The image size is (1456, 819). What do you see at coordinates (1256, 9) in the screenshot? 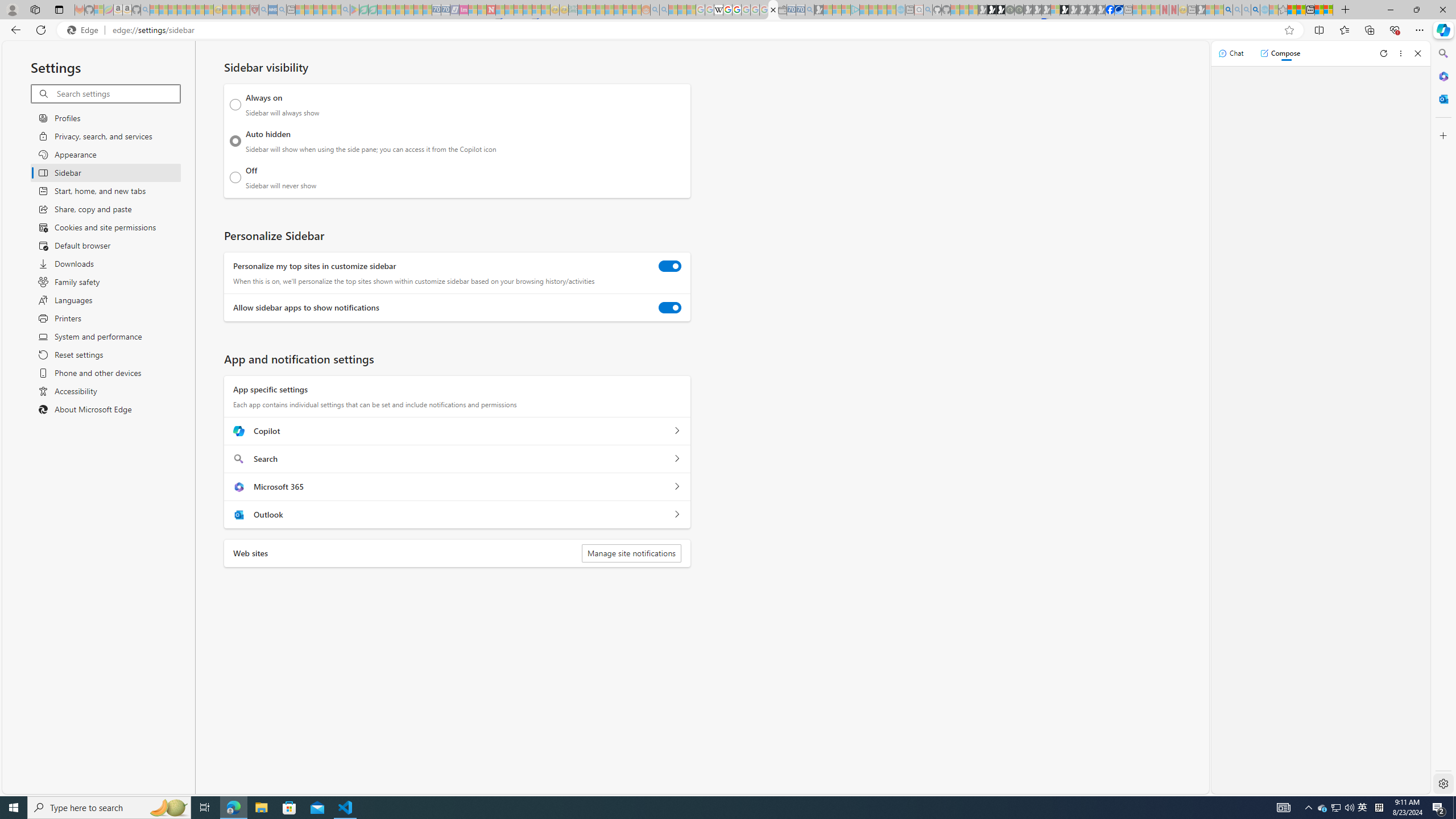
I see `'Google Chrome Internet Browser Download - Search Images'` at bounding box center [1256, 9].